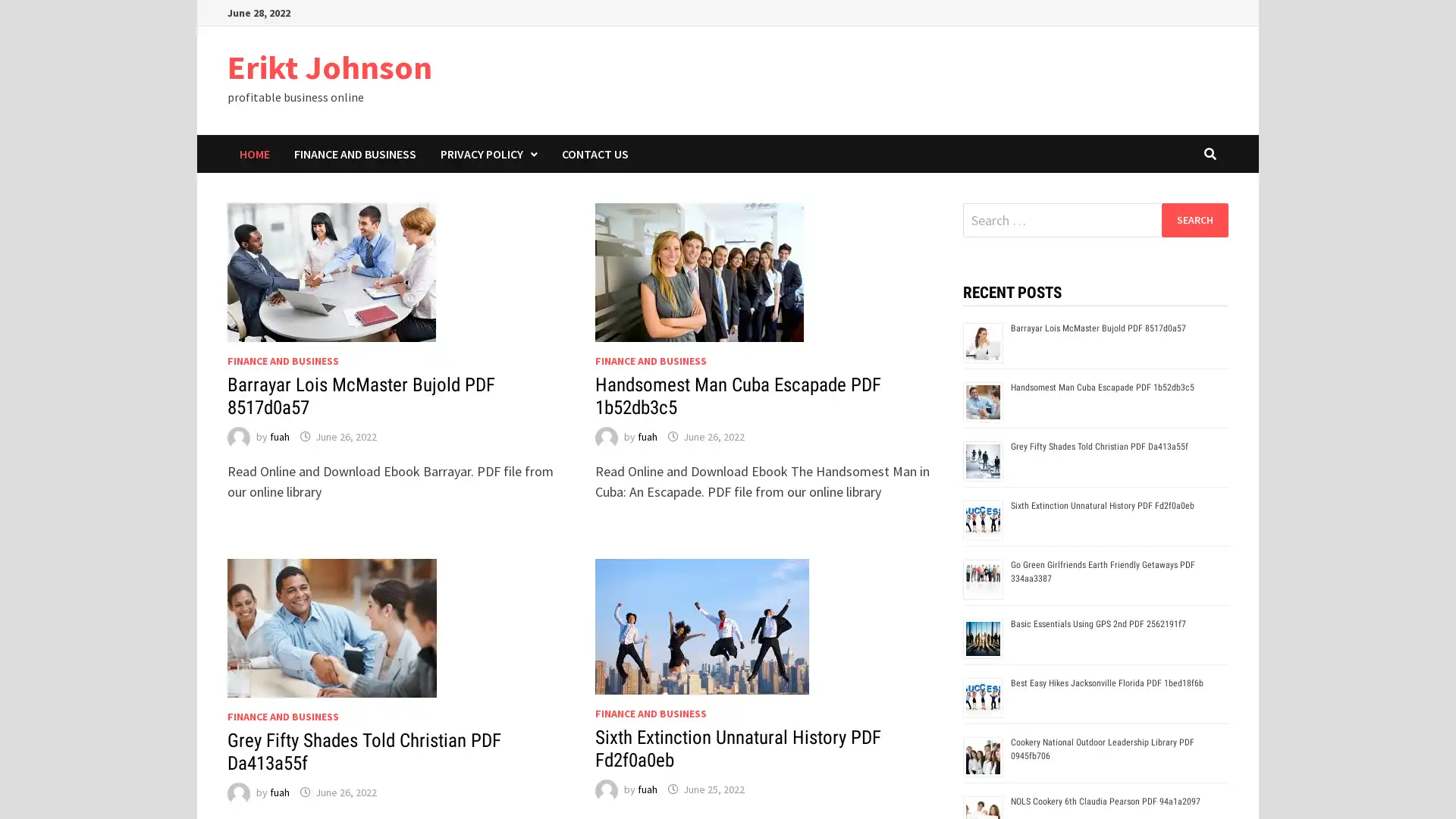  Describe the element at coordinates (1194, 219) in the screenshot. I see `Search` at that location.